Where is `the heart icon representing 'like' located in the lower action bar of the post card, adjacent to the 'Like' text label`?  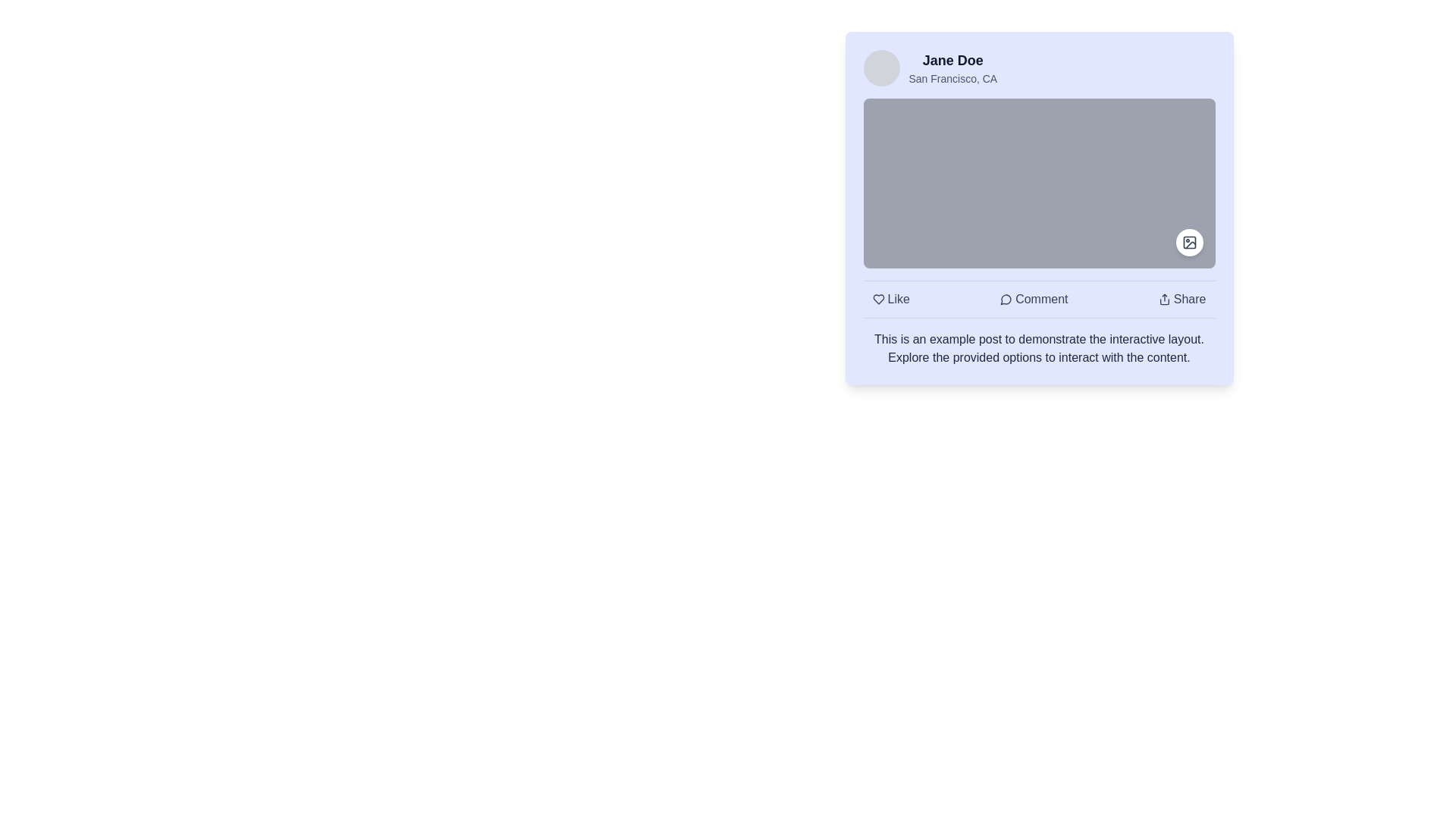
the heart icon representing 'like' located in the lower action bar of the post card, adjacent to the 'Like' text label is located at coordinates (878, 299).